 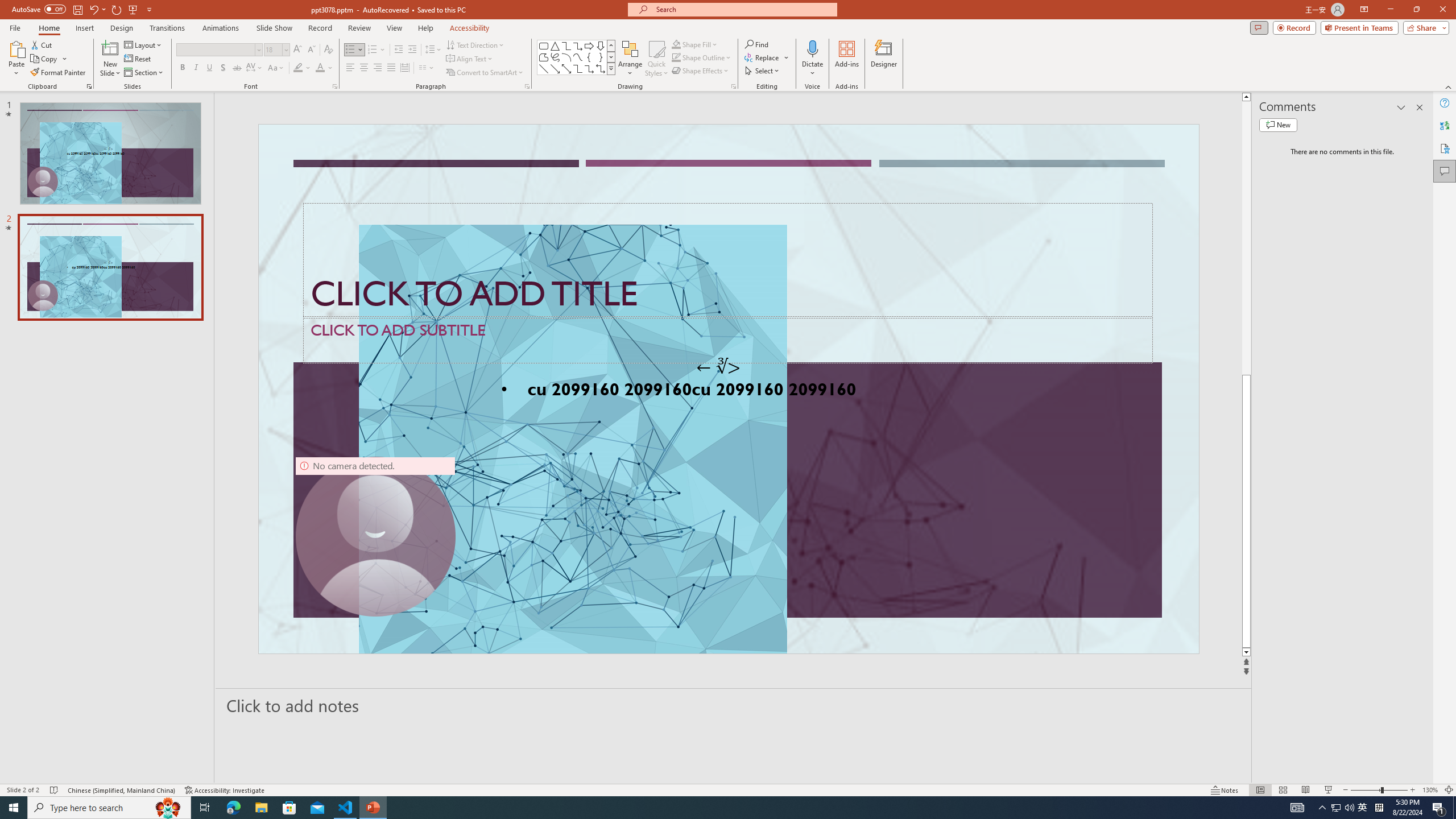 What do you see at coordinates (554, 45) in the screenshot?
I see `'Isosceles Triangle'` at bounding box center [554, 45].